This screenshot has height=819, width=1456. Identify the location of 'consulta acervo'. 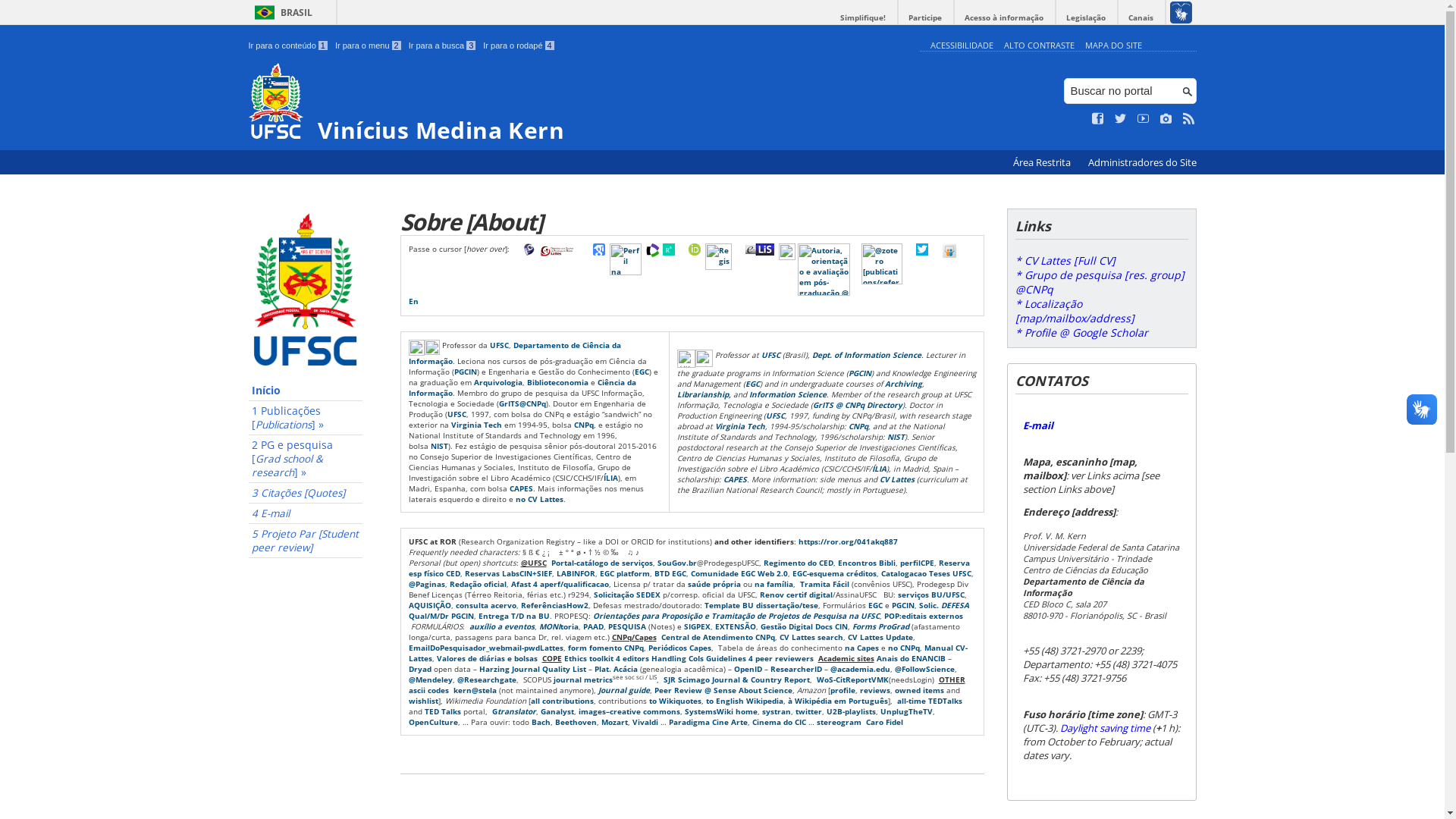
(484, 604).